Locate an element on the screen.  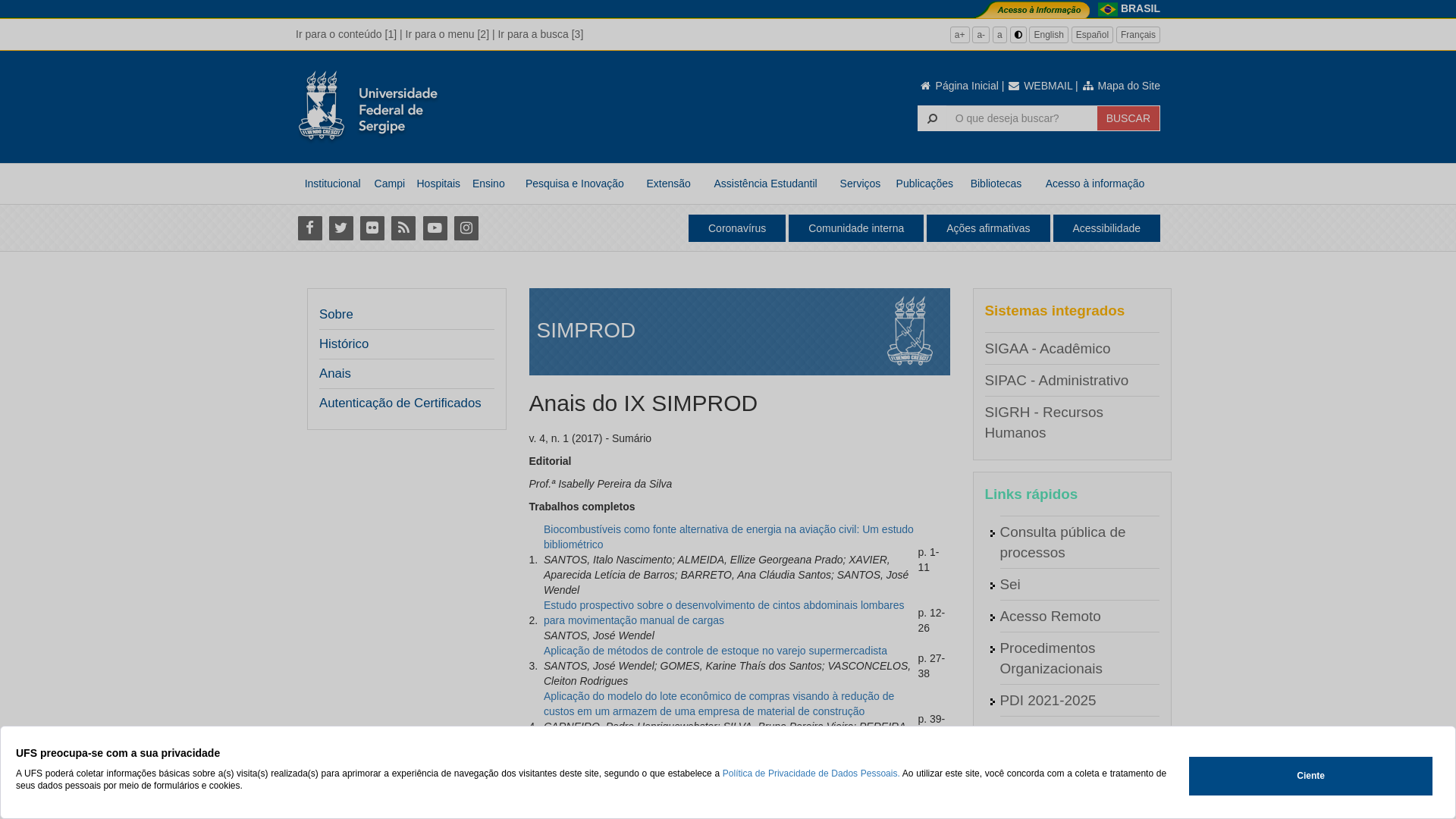
'Acessibilidade' is located at coordinates (1051, 227).